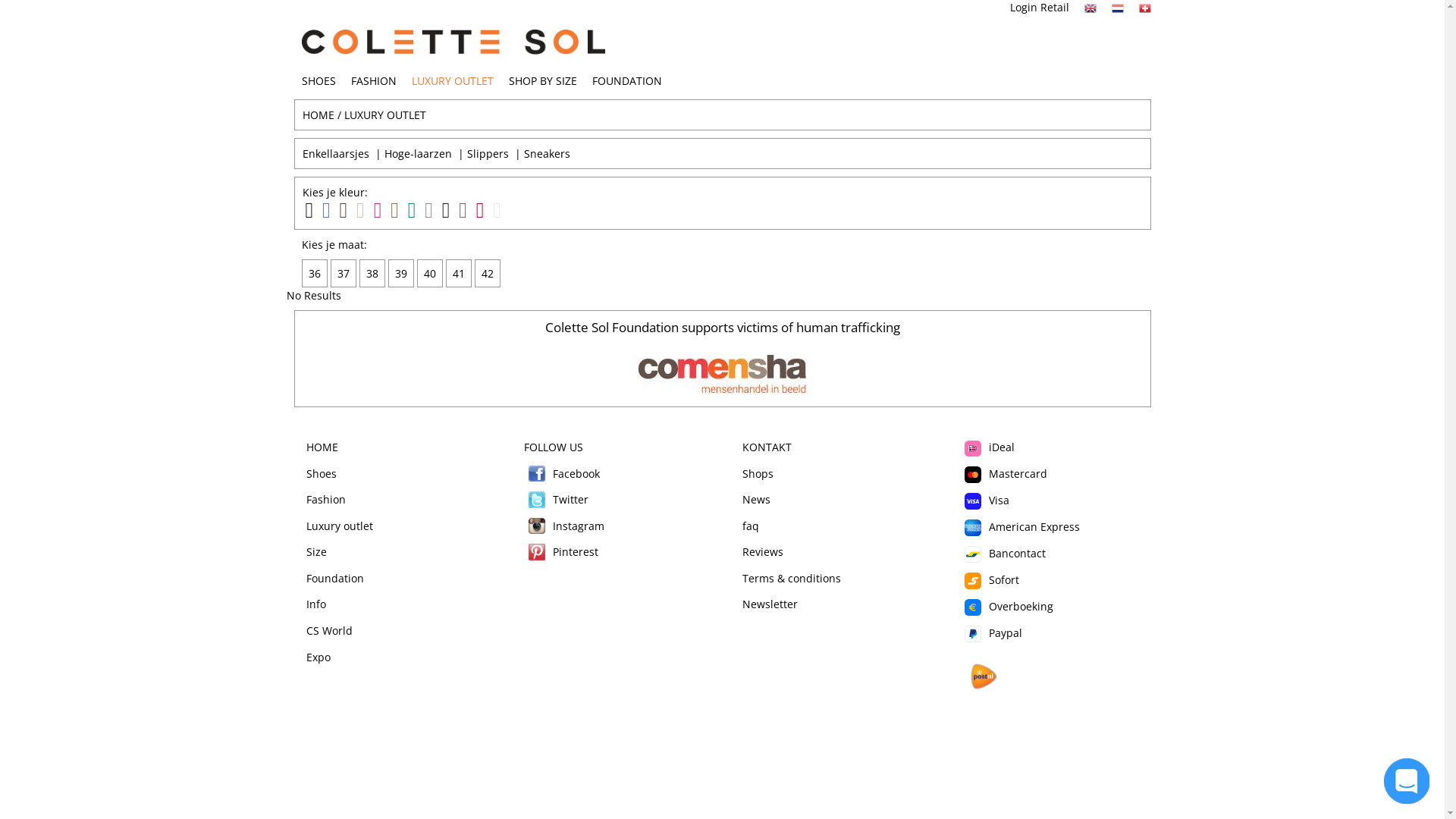 The image size is (1456, 819). I want to click on ' Facebook', so click(560, 472).